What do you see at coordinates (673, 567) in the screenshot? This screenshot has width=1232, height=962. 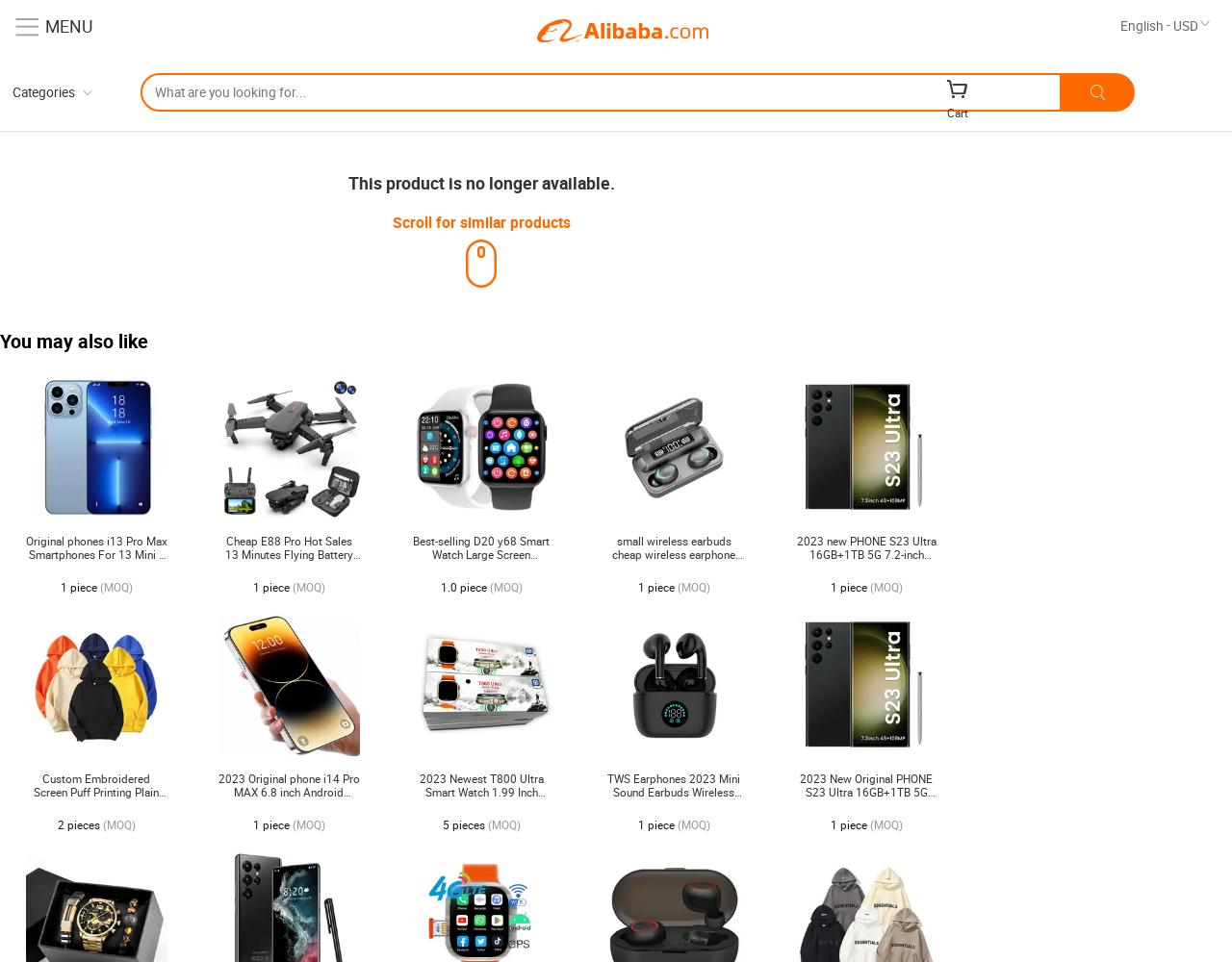 I see `'small wireless earbuds cheap wireless earphone sports earbuds games true wireless earbuds tws in-ear headphones F9-5C'` at bounding box center [673, 567].